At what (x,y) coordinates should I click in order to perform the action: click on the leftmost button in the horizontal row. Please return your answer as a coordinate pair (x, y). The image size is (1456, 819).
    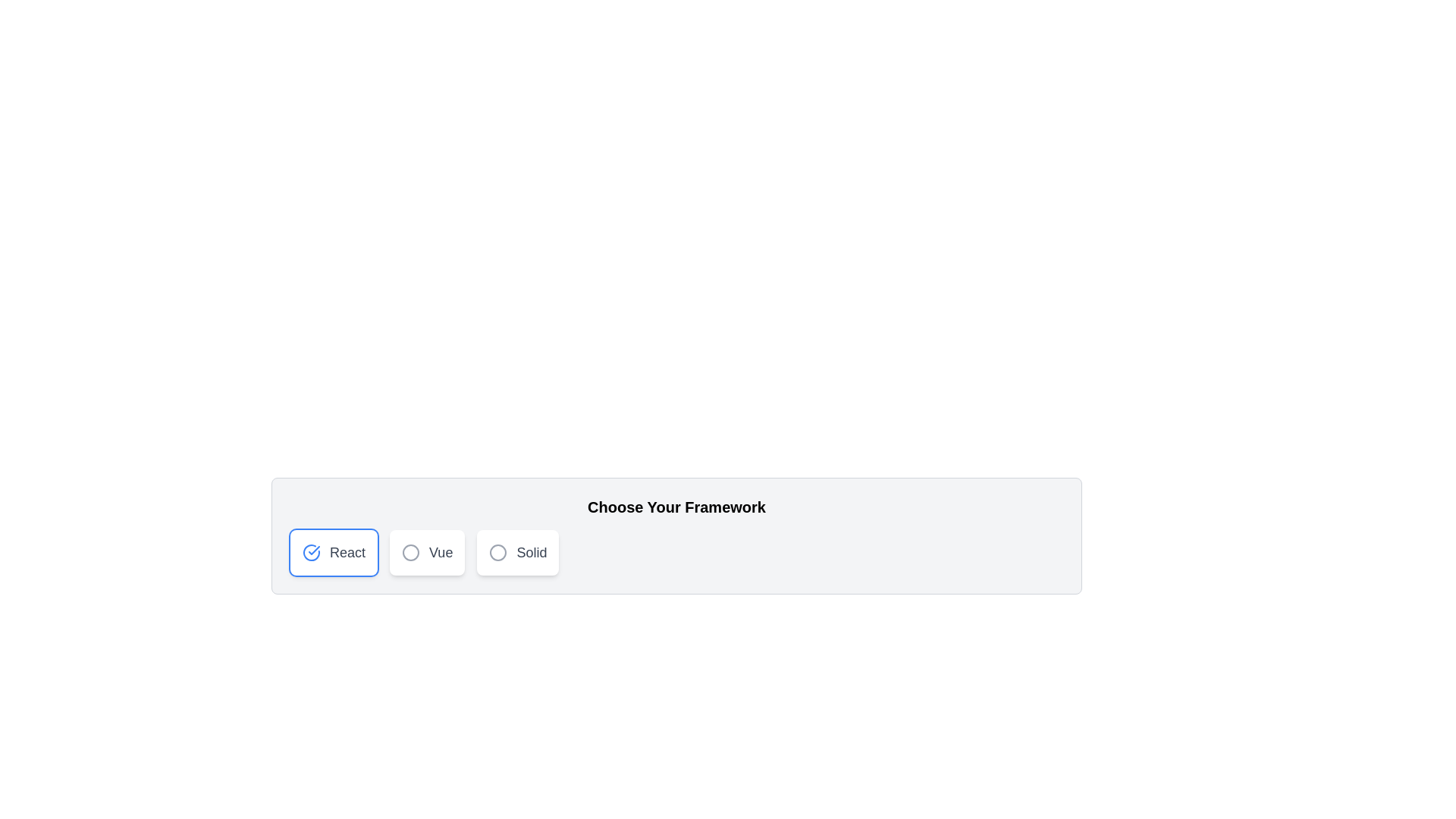
    Looking at the image, I should click on (333, 553).